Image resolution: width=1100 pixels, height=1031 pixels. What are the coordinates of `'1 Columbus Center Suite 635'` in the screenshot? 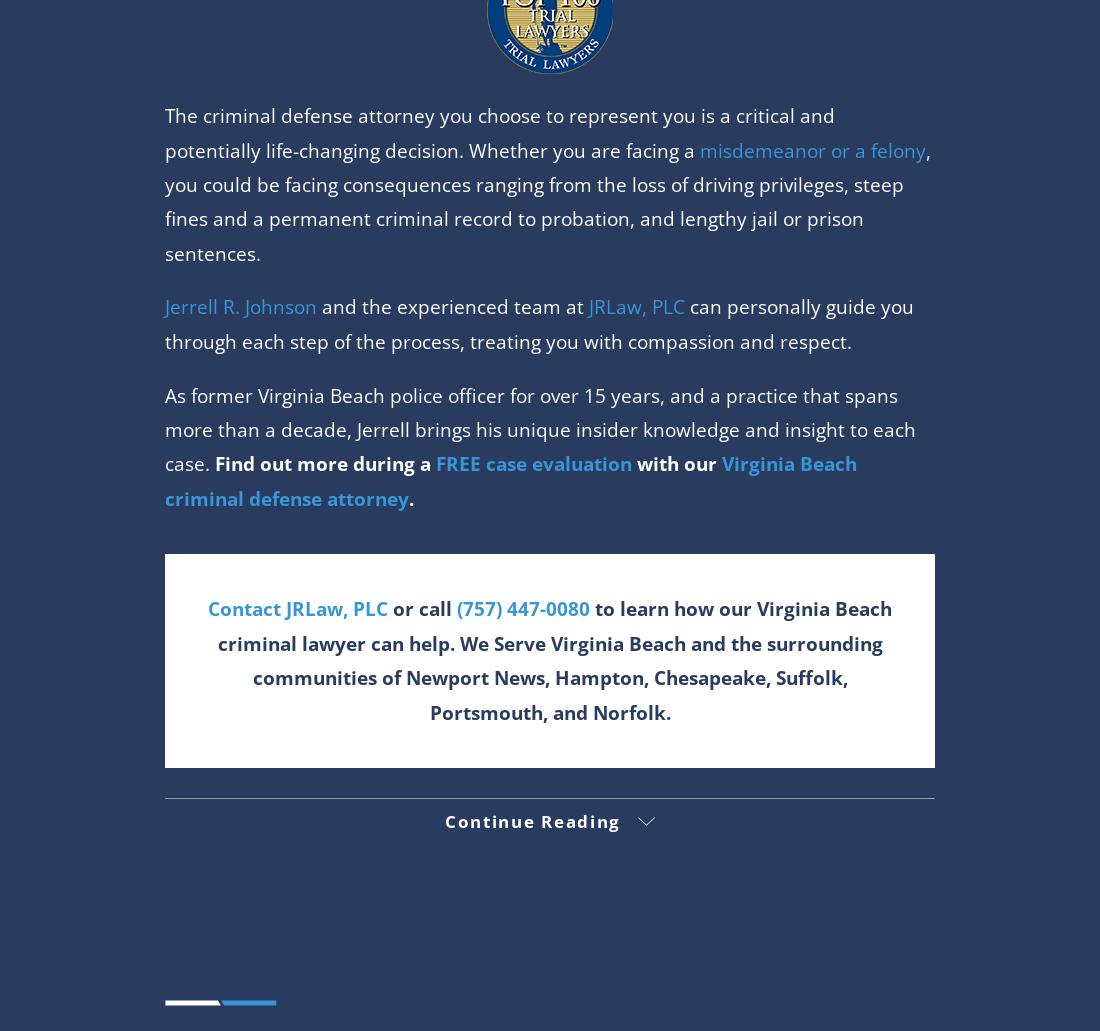 It's located at (550, 560).